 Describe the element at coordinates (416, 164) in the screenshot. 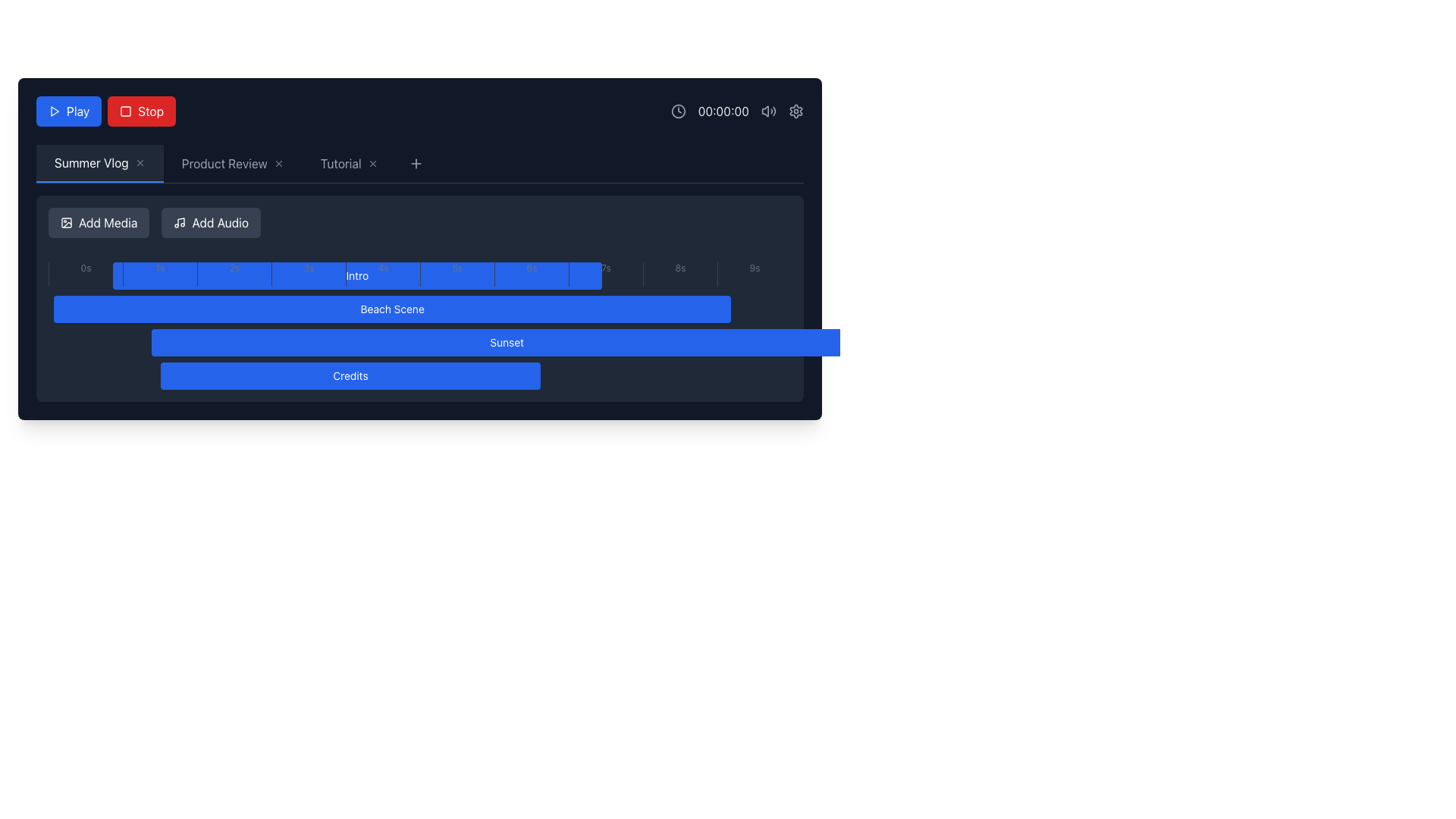

I see `the 'plus' icon button, which is a small vector graphic symbol representing a plus sign with rounded edges, located at the far right end of the tab interface near 'Summer Vlog,' 'Product Review,' and 'Tutorial,'` at that location.